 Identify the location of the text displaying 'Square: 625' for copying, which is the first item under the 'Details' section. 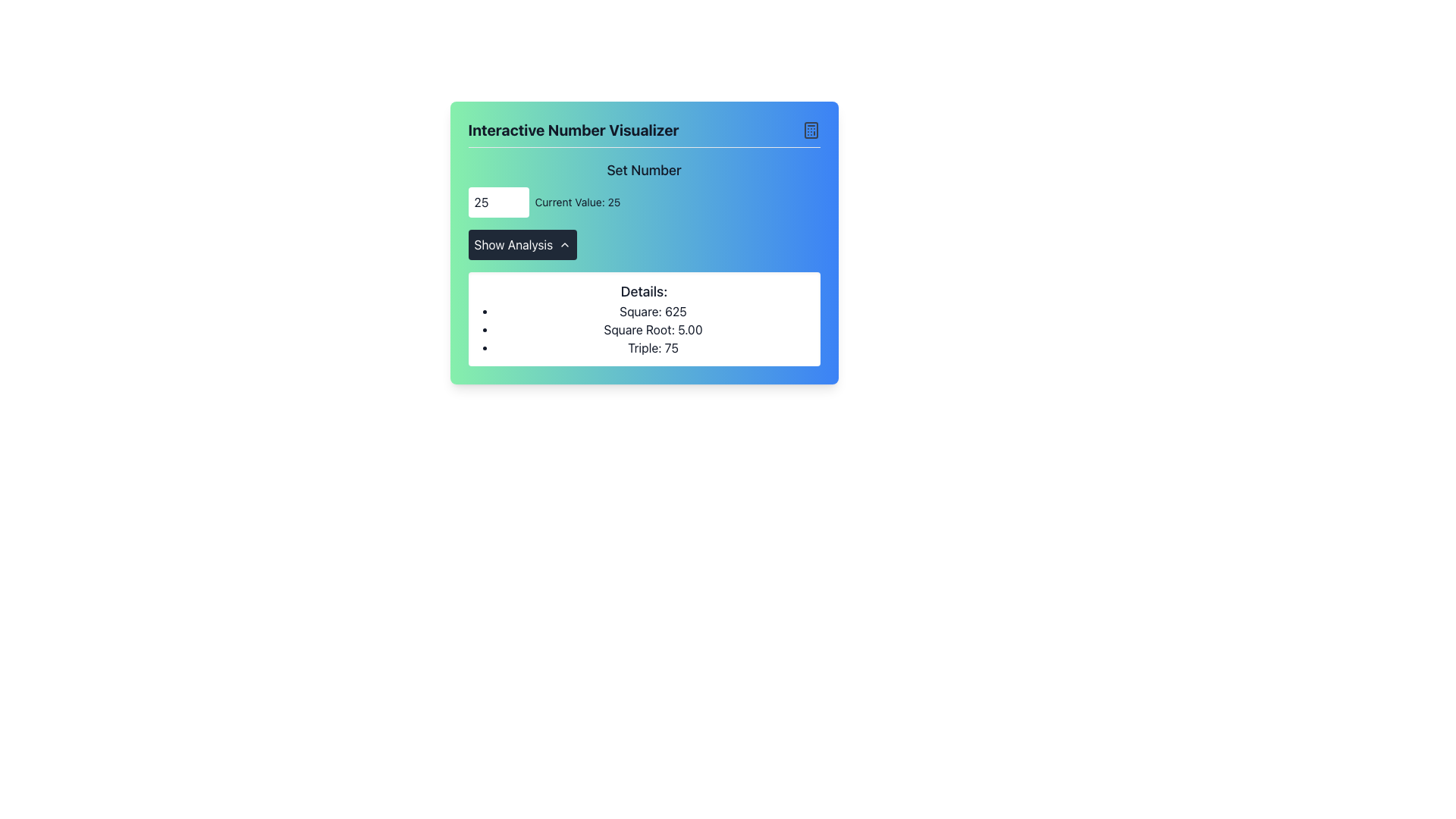
(653, 311).